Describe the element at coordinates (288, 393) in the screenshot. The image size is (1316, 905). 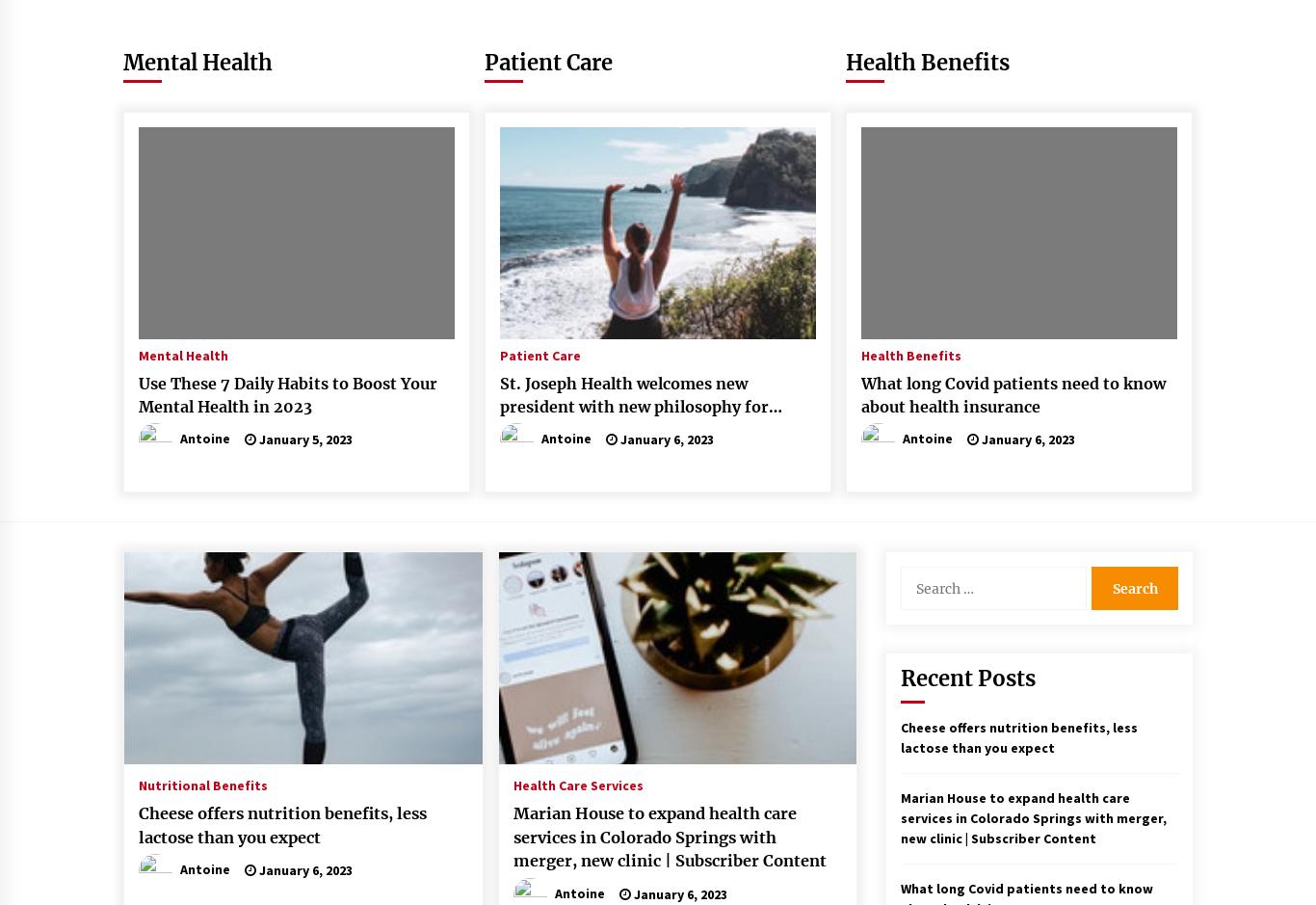
I see `'Use These 7 Daily Habits to Boost Your Mental Health in 2023'` at that location.